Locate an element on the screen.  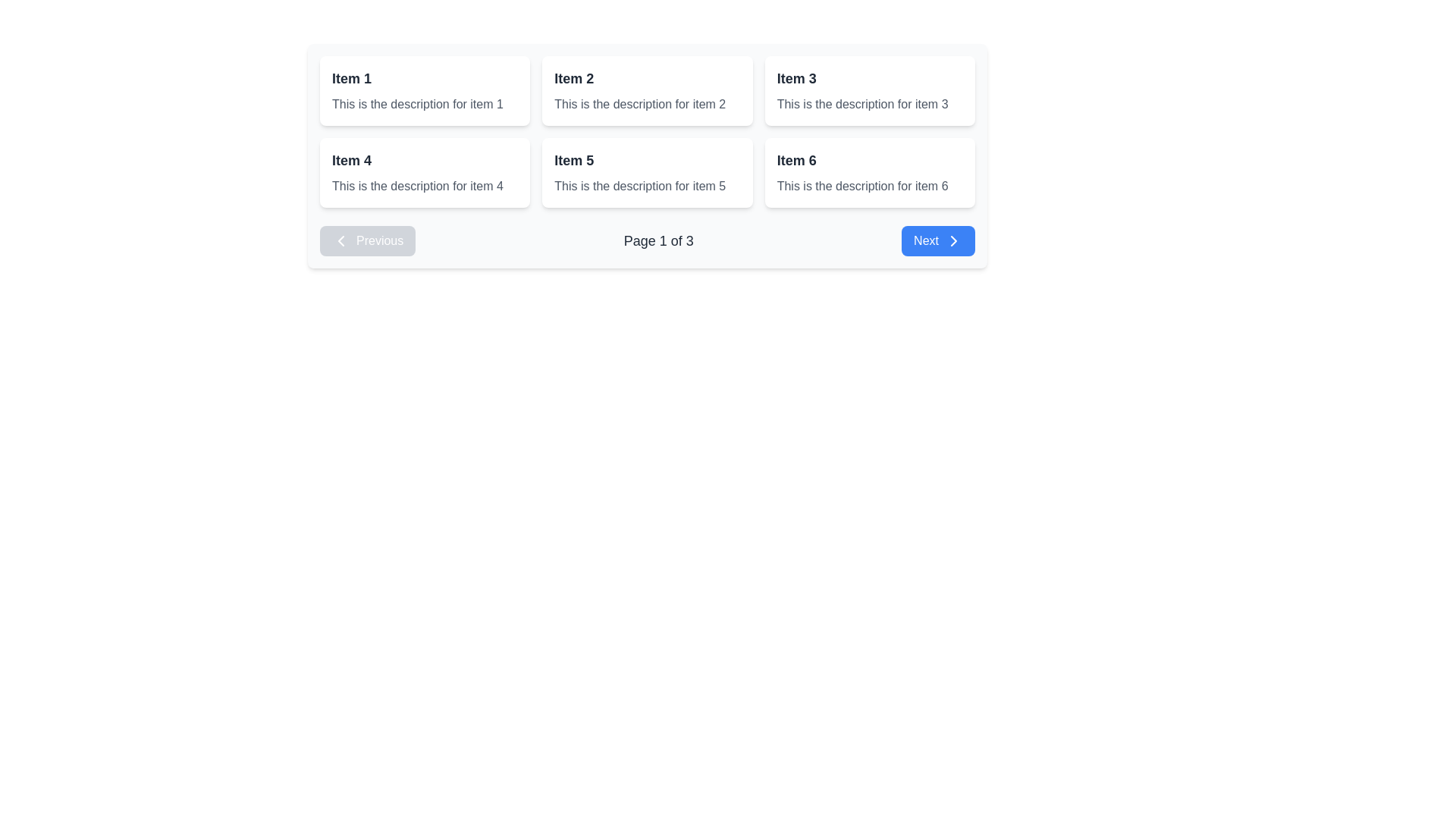
the rightward chevron icon within the 'Next' button located at the bottom right corner of the 'Page 1 of 3' display is located at coordinates (952, 240).